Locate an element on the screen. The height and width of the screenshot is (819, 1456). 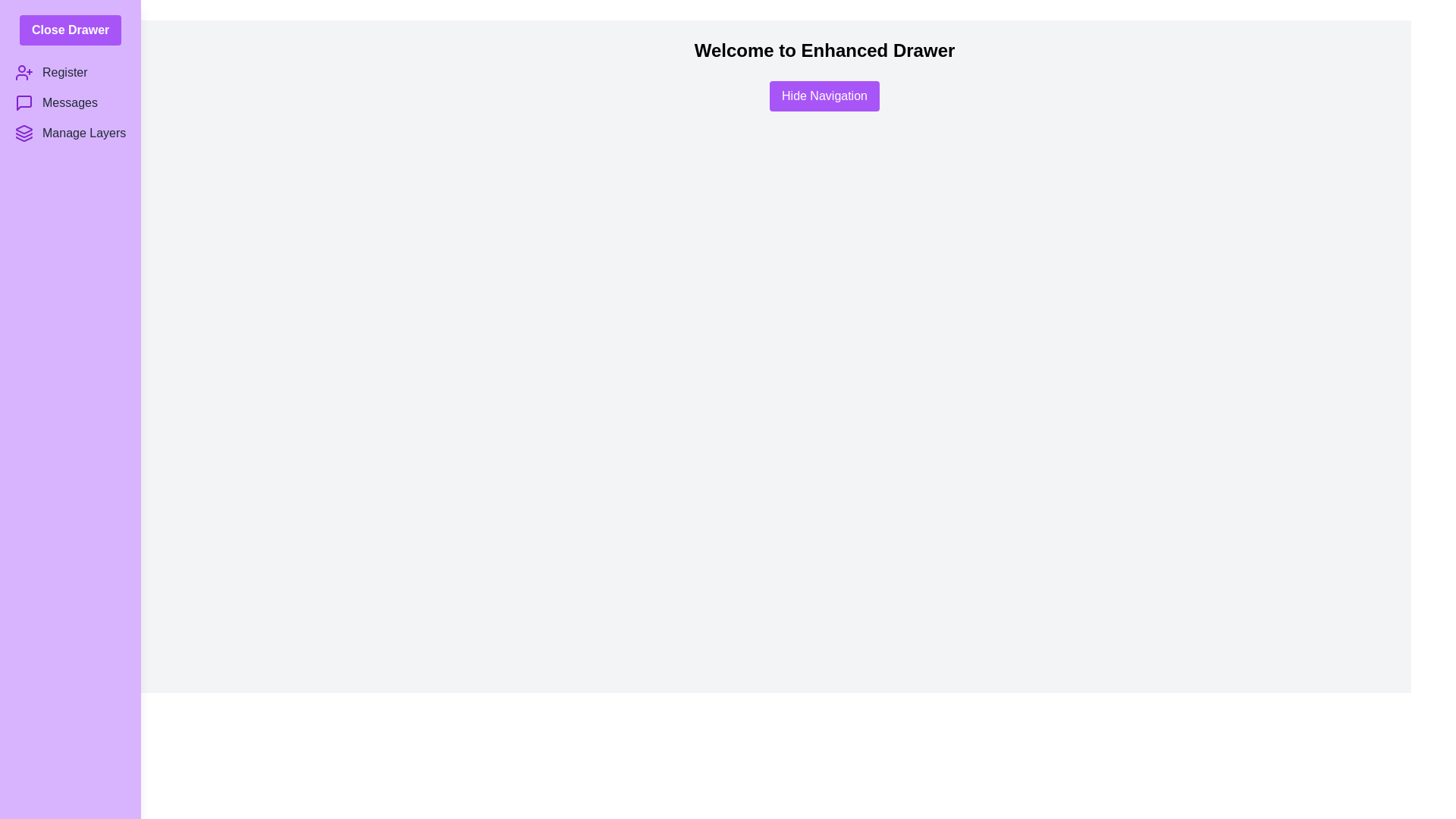
the 'Messages' menu item to select it is located at coordinates (69, 102).